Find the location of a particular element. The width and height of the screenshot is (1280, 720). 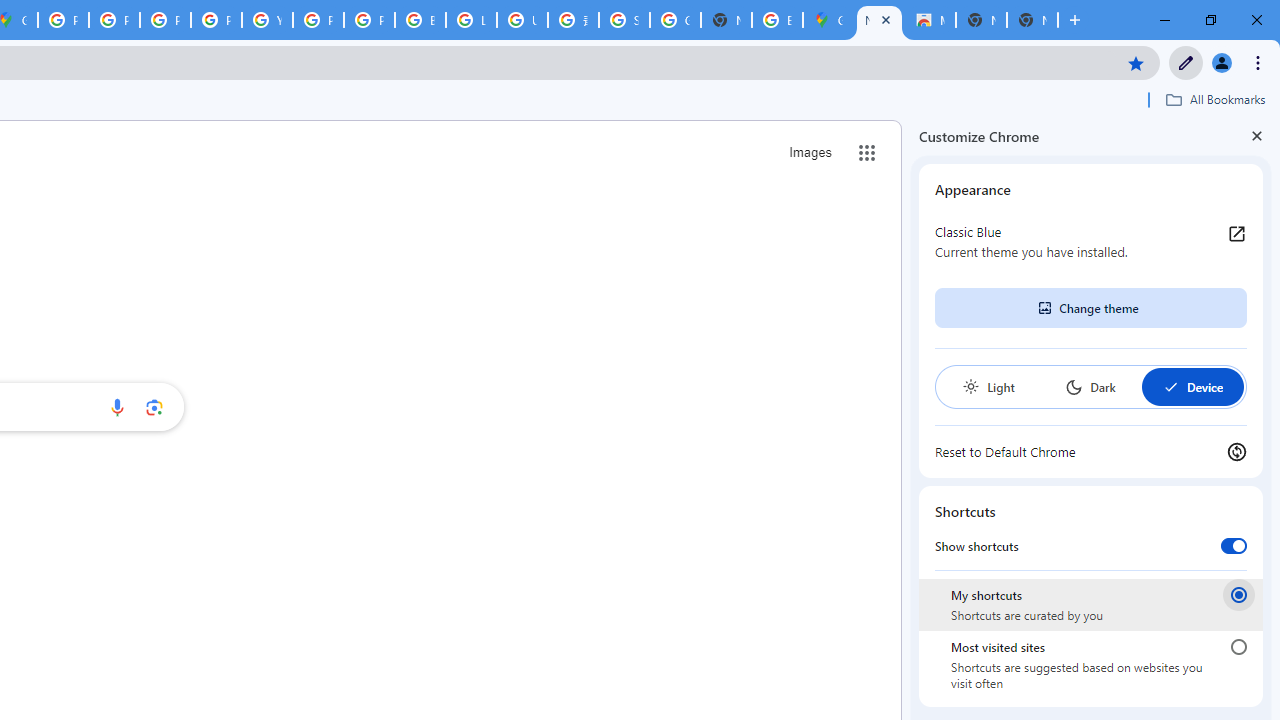

'Change theme' is located at coordinates (1089, 308).